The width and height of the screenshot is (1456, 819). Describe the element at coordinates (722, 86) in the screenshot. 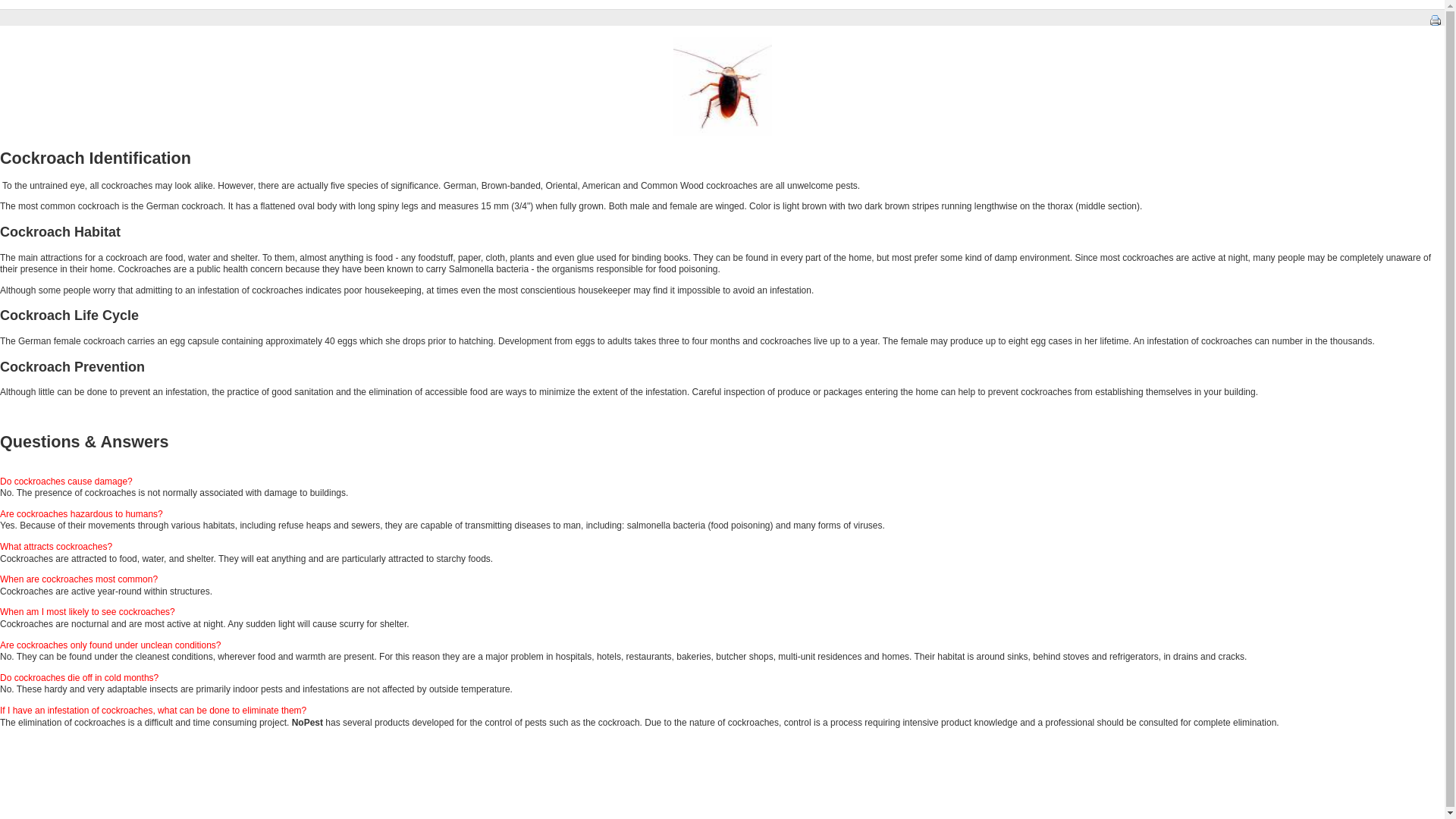

I see `'Cockroach'` at that location.